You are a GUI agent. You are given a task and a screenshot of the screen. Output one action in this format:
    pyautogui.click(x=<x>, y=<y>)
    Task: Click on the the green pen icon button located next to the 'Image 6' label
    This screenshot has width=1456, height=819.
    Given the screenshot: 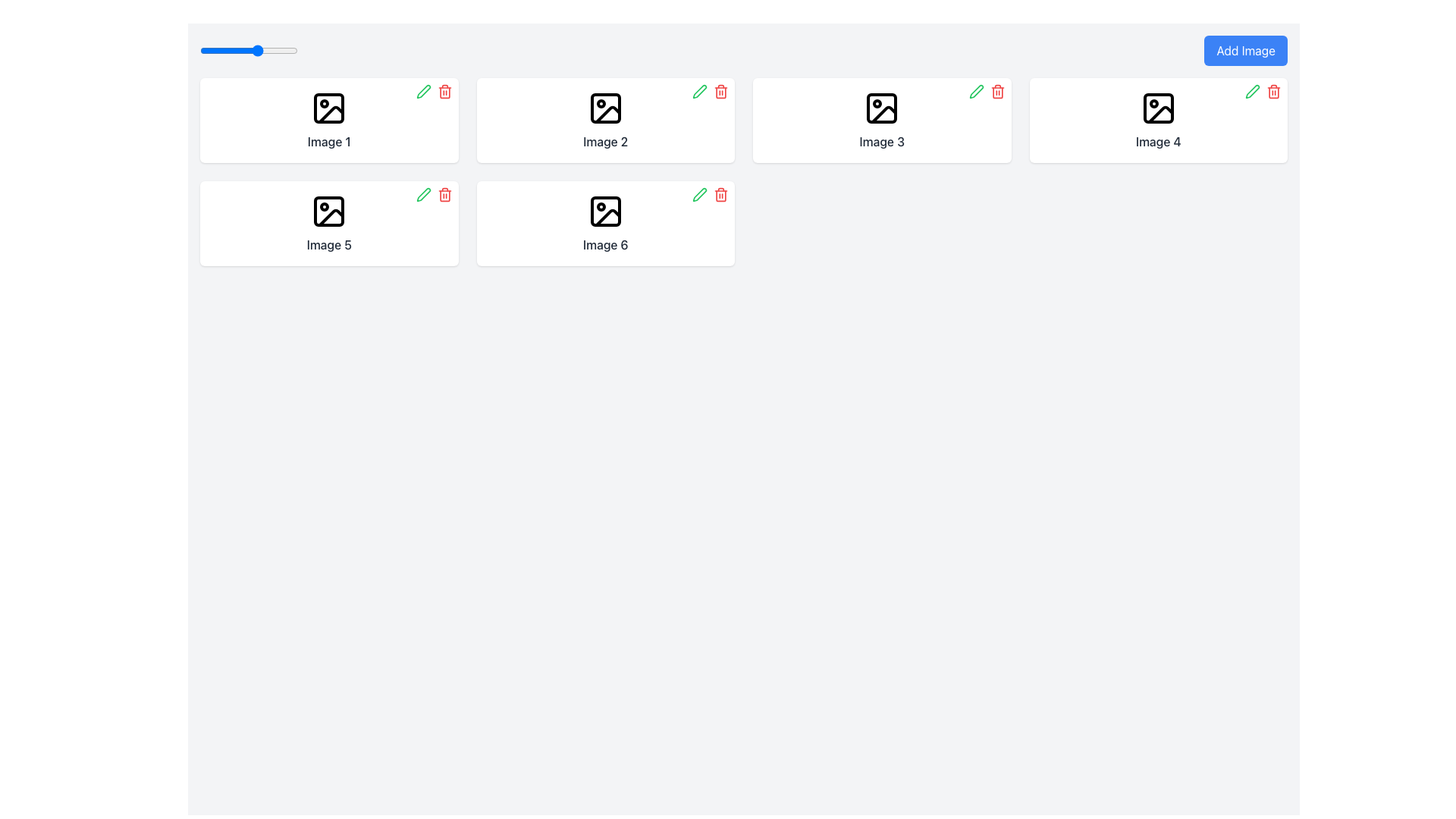 What is the action you would take?
    pyautogui.click(x=698, y=193)
    